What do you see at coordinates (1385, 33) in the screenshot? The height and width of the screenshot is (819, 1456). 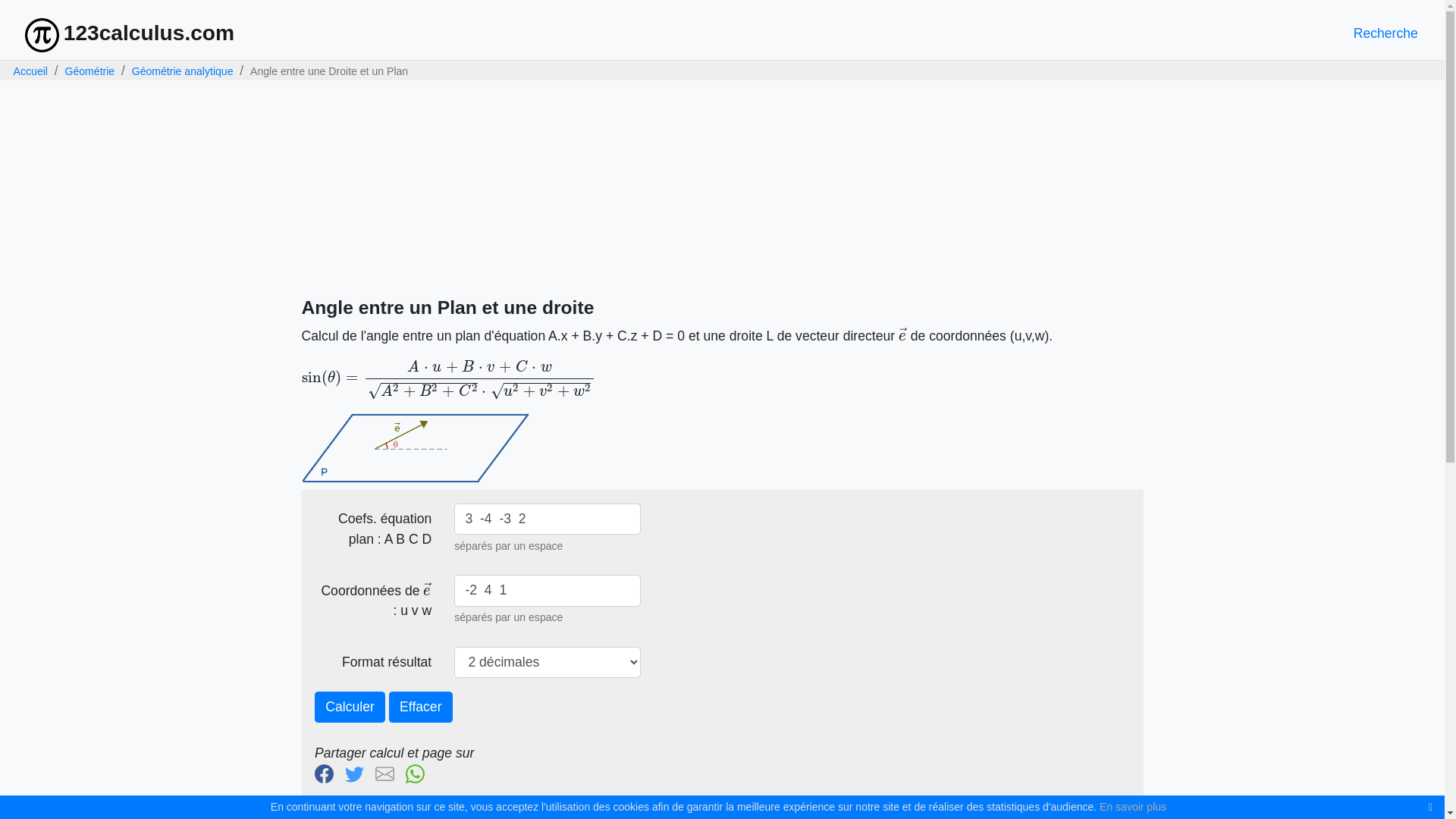 I see `'Recherche'` at bounding box center [1385, 33].